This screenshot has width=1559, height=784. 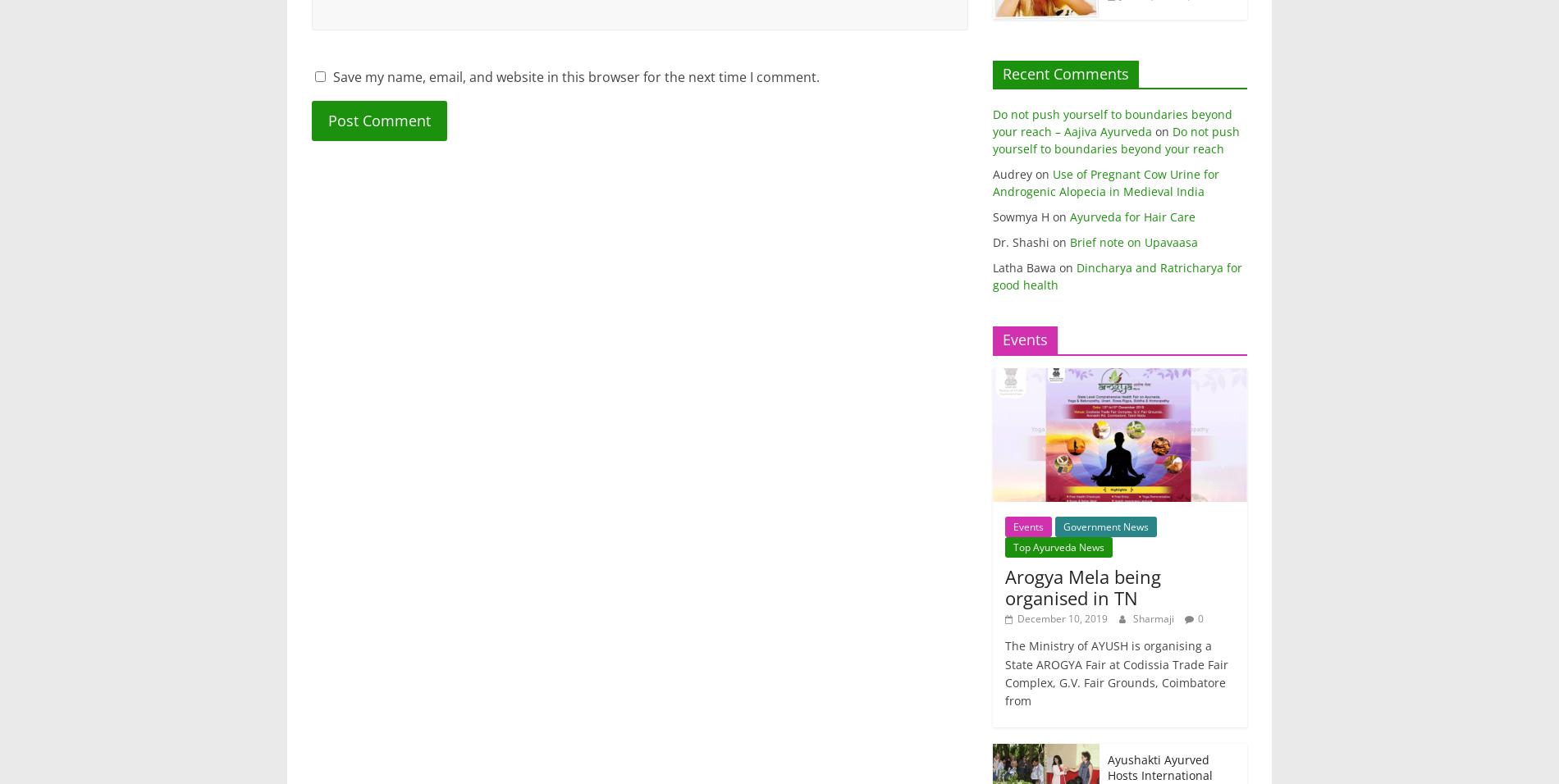 What do you see at coordinates (1004, 672) in the screenshot?
I see `'The Ministry of AYUSH is organising a State AROGYA Fair at Codissia Trade Fair Complex, G.V. Fair Grounds, Coimbatore from'` at bounding box center [1004, 672].